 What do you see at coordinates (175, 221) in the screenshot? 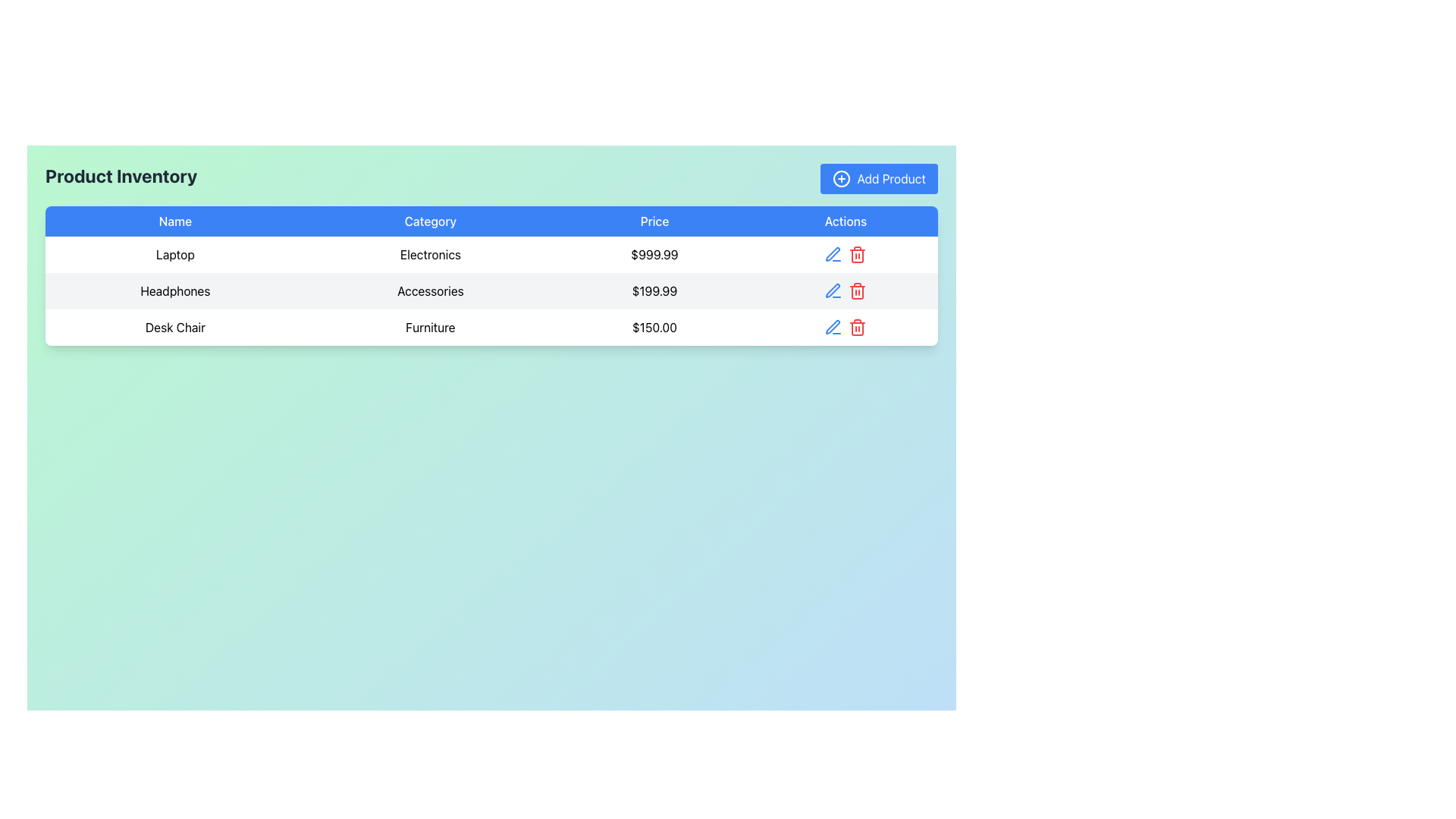
I see `the header label for the first column of the table, which indicates the names of products` at bounding box center [175, 221].